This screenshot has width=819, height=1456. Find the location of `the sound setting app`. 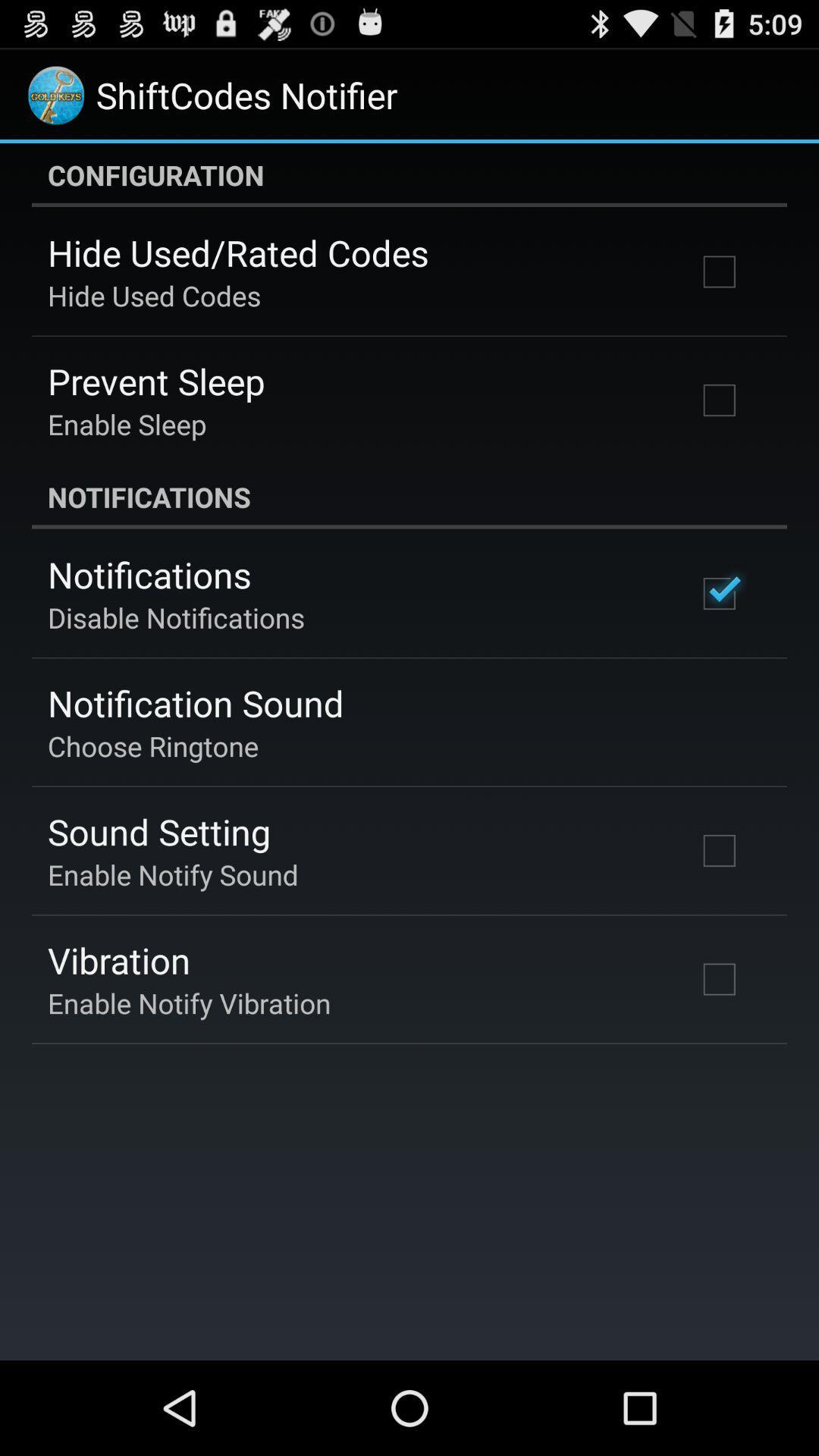

the sound setting app is located at coordinates (158, 830).